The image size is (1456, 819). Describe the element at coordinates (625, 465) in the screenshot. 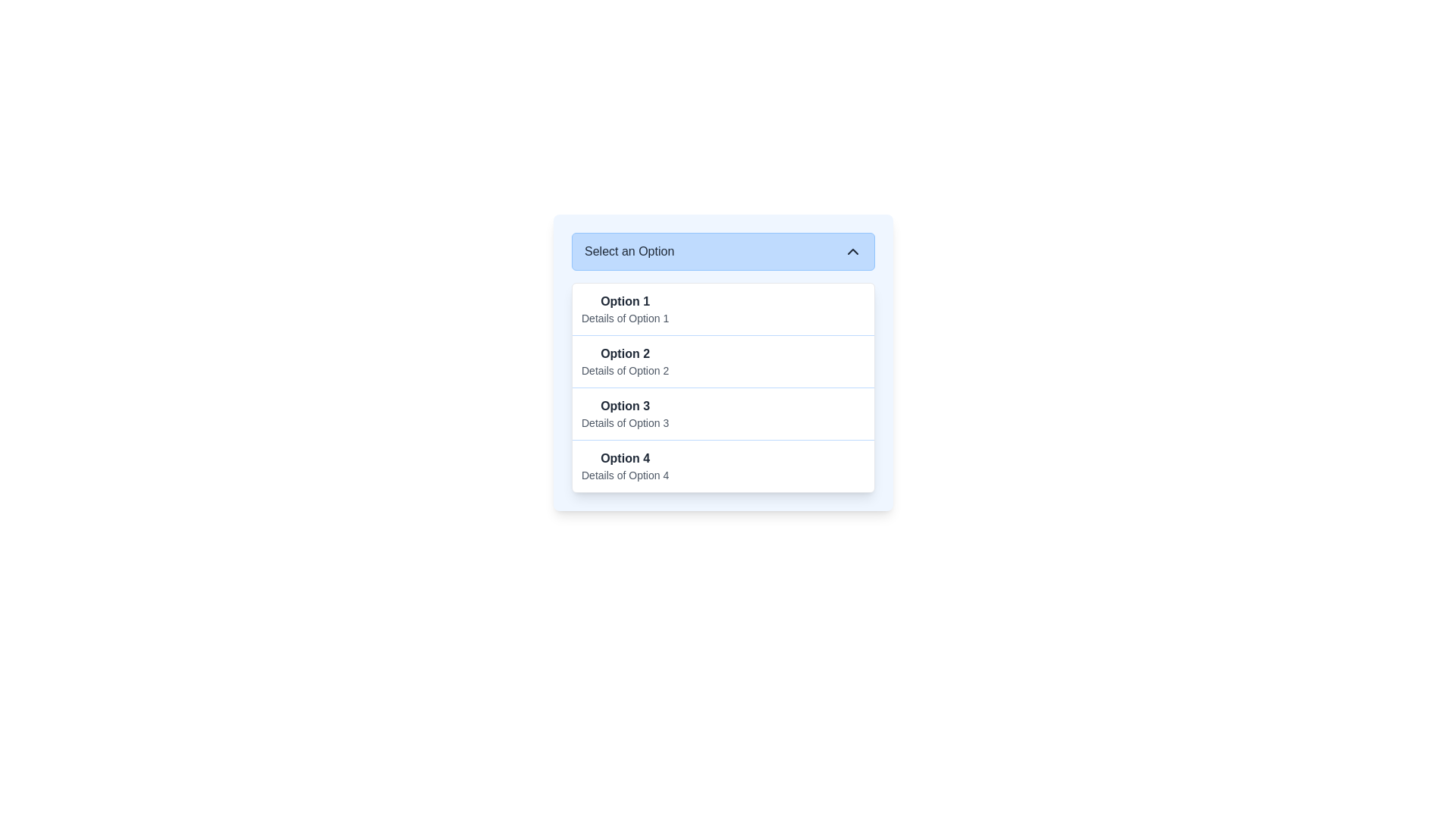

I see `the dropdown menu option labeled 'Option 4', which features bold dark gray text and smaller lighter gray details` at that location.